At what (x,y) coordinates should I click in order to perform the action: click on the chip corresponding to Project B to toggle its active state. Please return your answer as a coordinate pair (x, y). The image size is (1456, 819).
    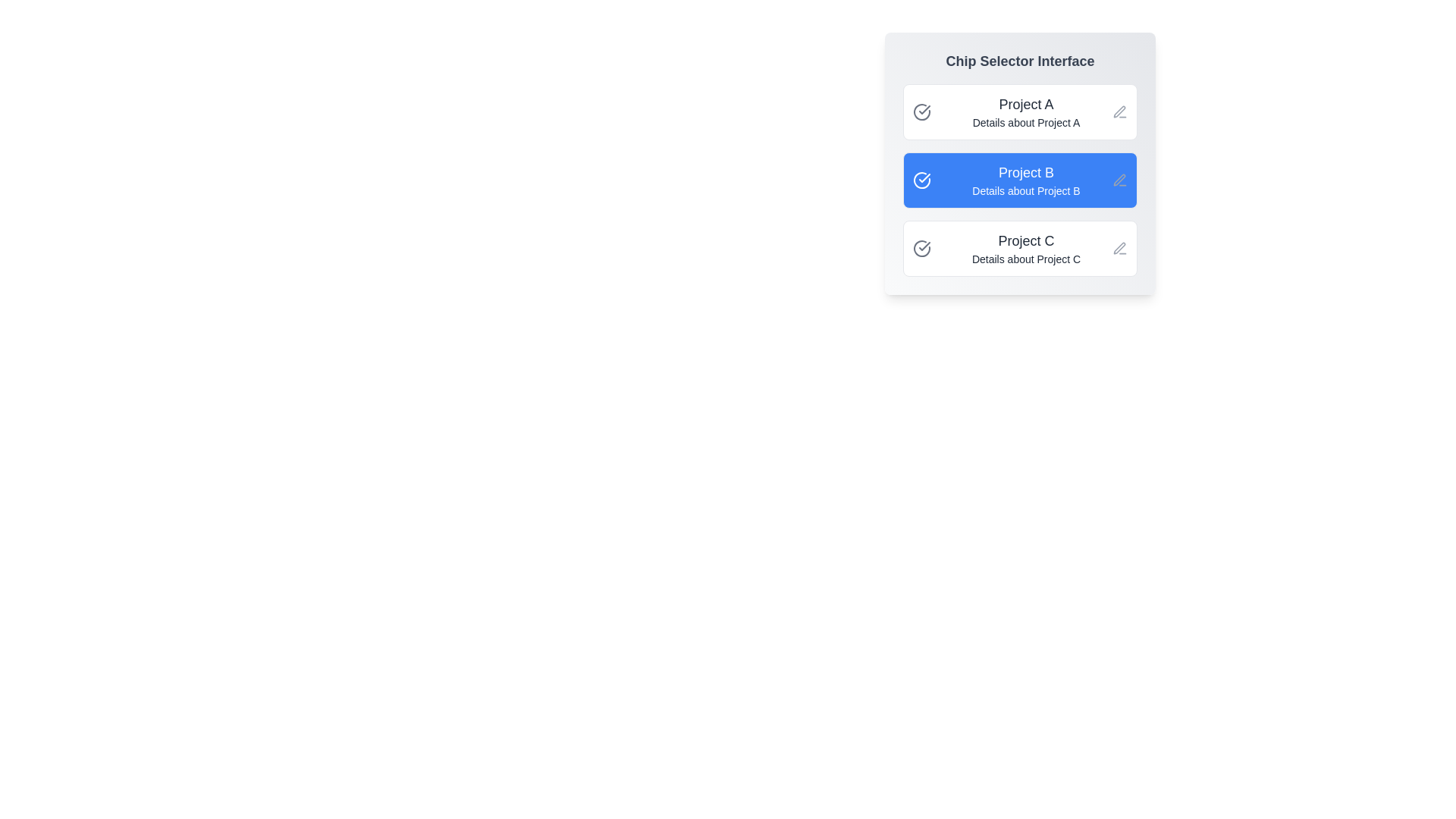
    Looking at the image, I should click on (1020, 180).